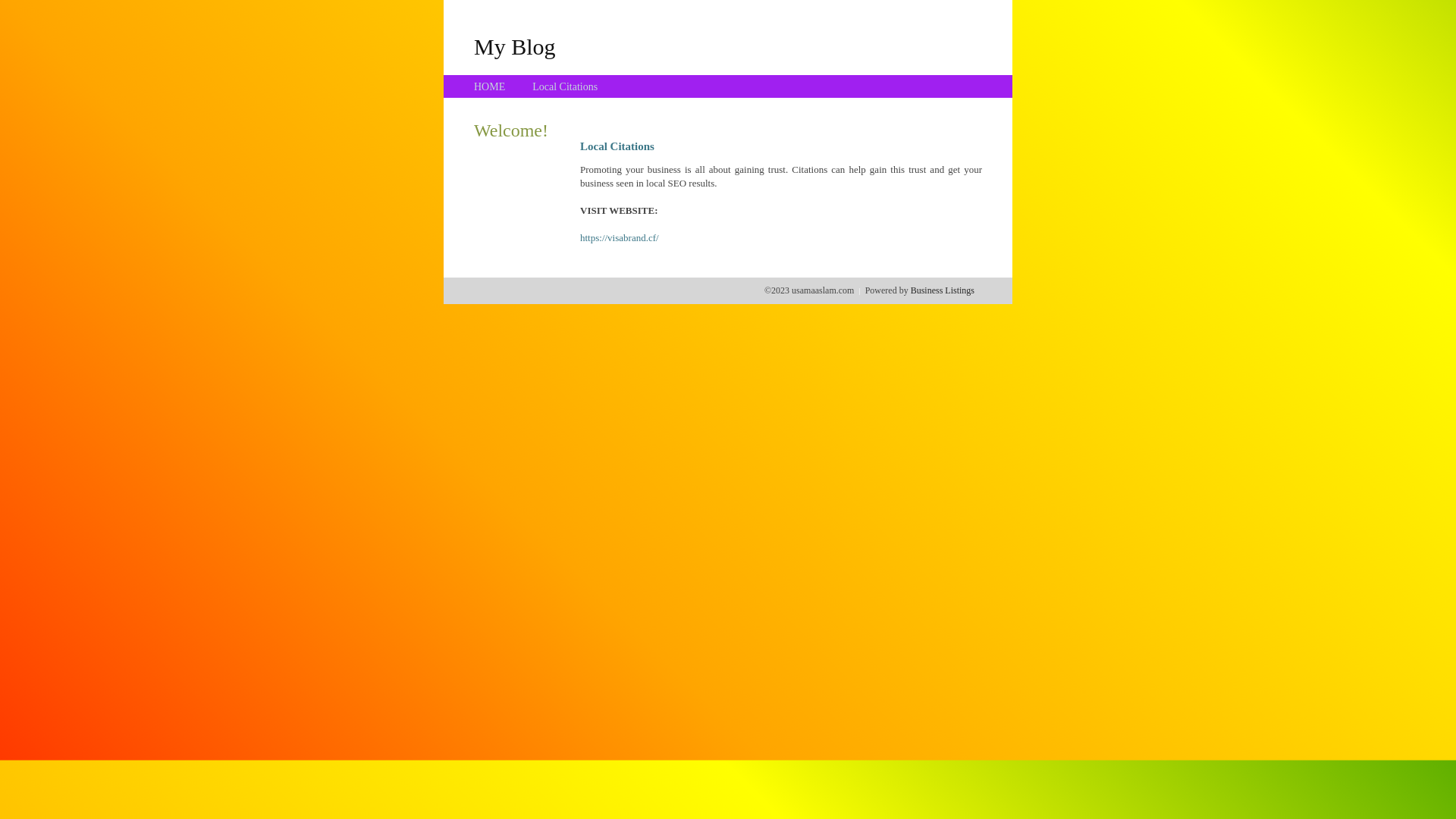 The width and height of the screenshot is (1456, 819). What do you see at coordinates (532, 86) in the screenshot?
I see `'Local Citations'` at bounding box center [532, 86].